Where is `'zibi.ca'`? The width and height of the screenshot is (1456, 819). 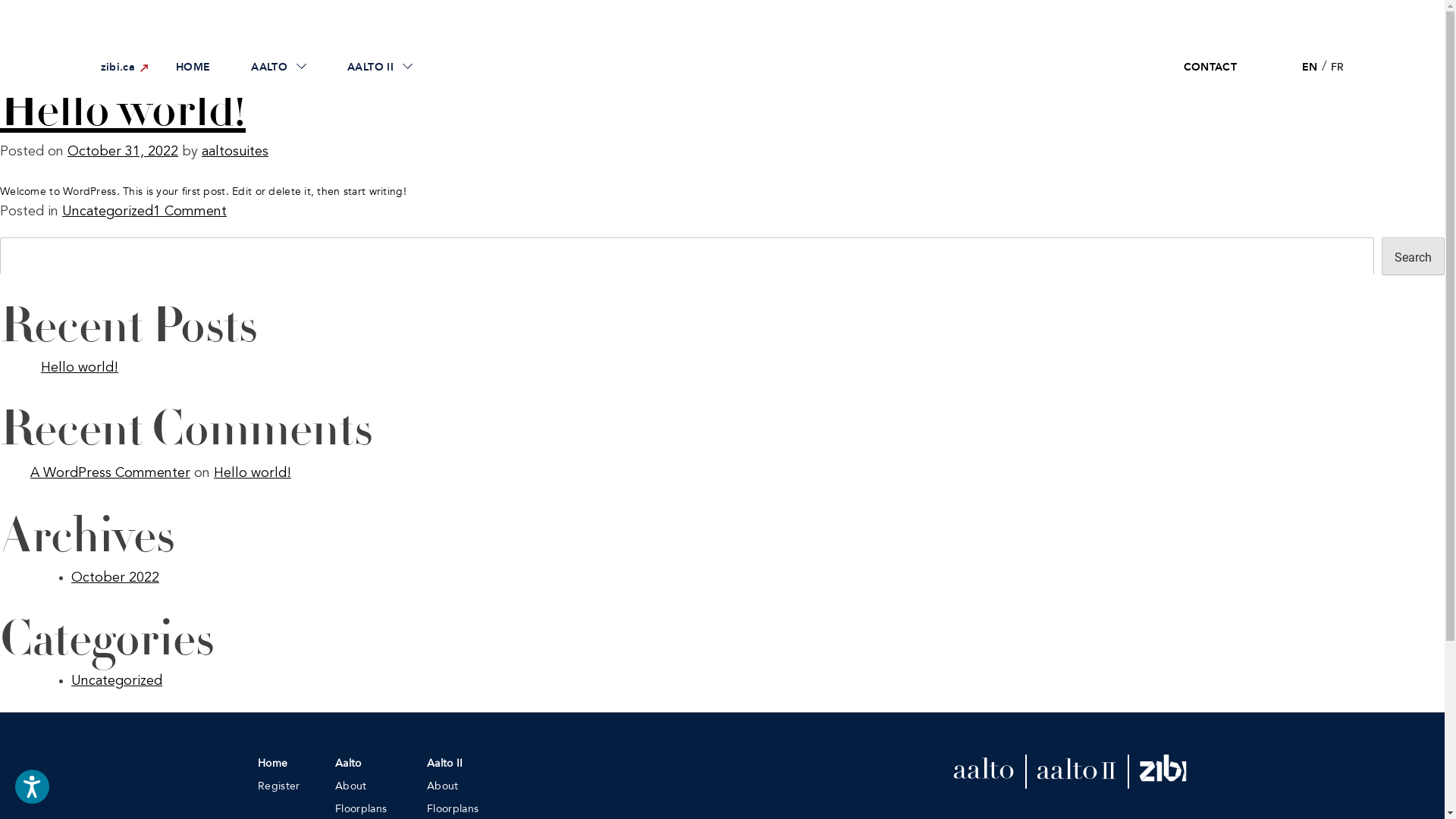 'zibi.ca' is located at coordinates (116, 66).